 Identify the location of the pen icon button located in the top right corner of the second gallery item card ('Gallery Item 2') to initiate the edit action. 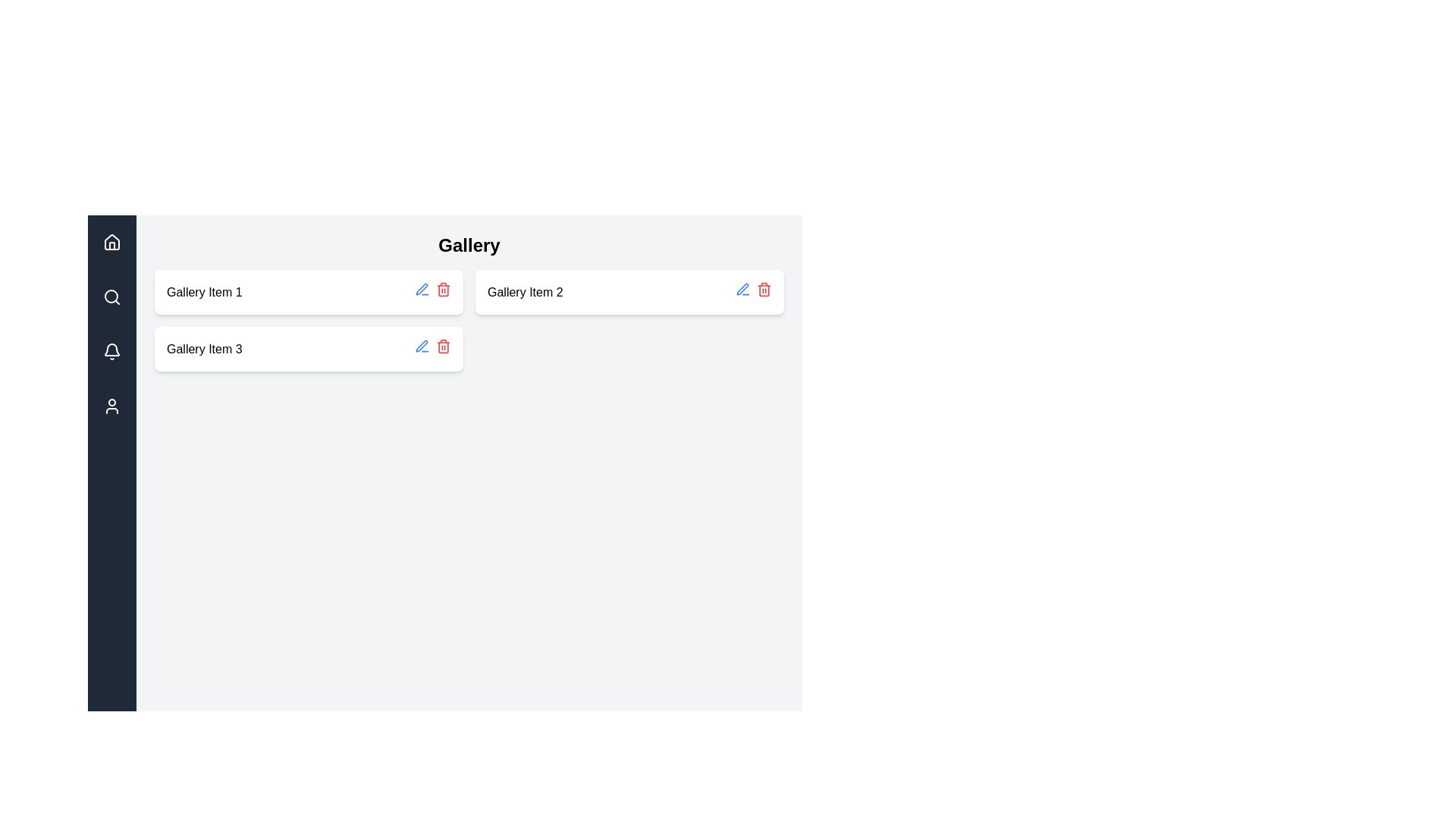
(742, 289).